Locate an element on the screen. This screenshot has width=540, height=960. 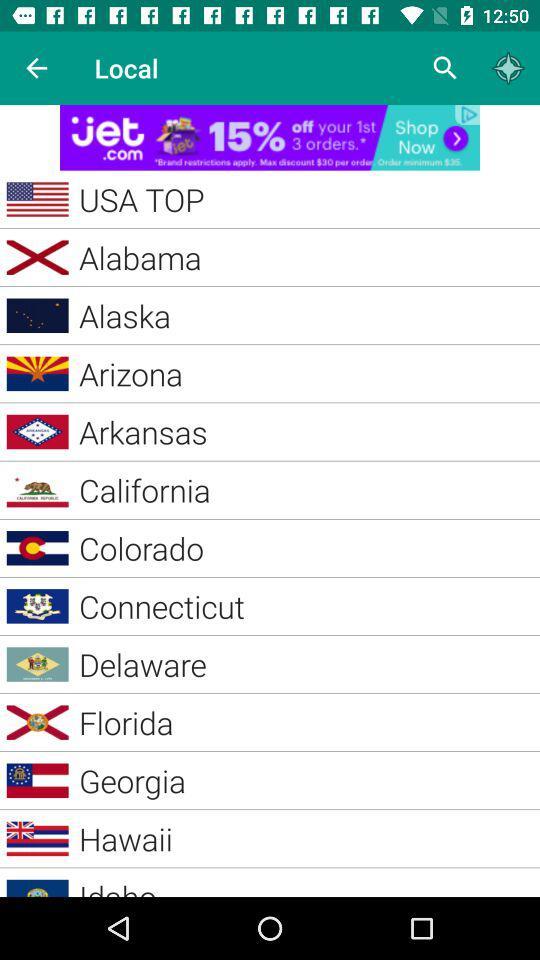
offer advertisement is located at coordinates (270, 136).